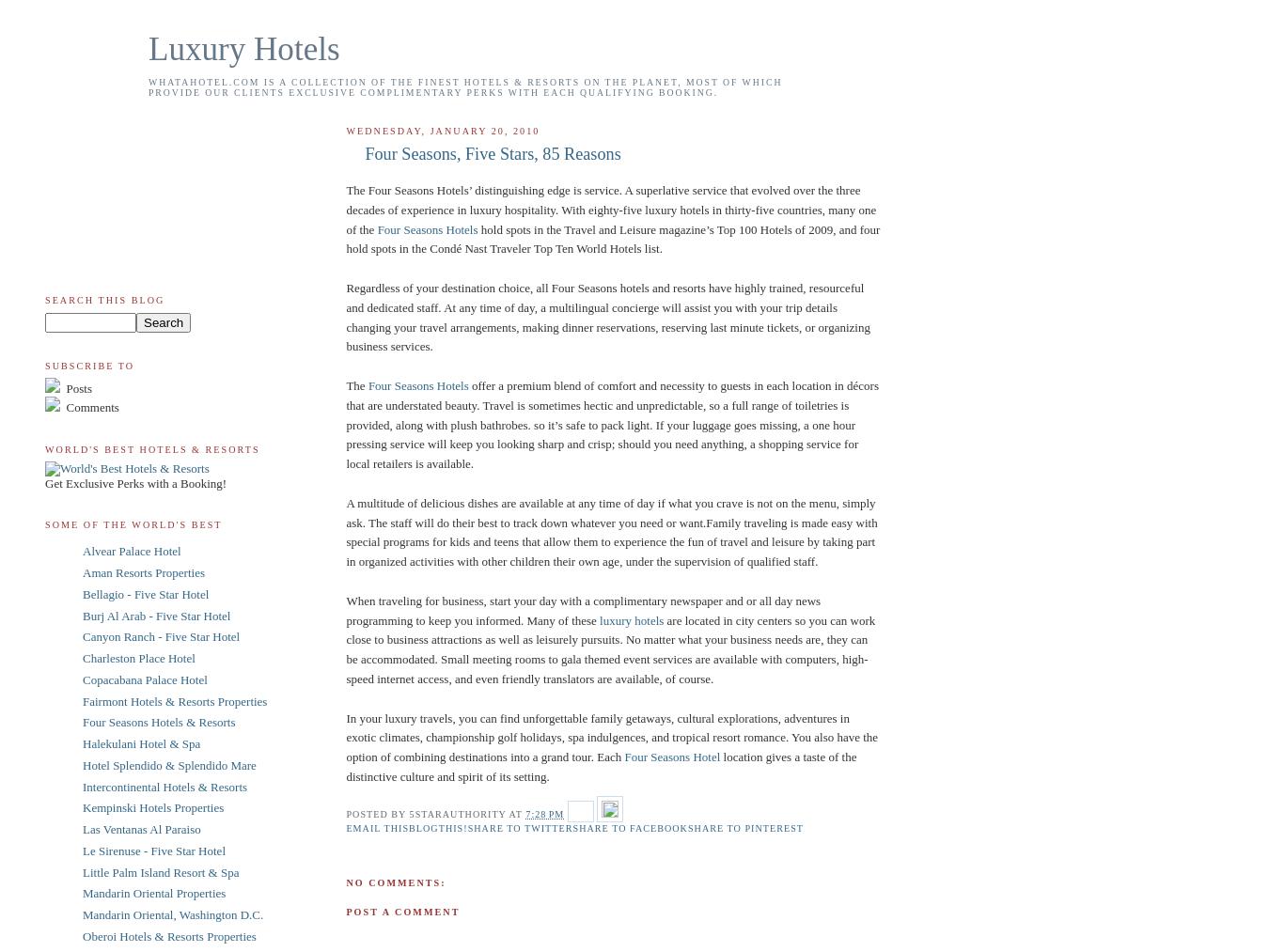 Image resolution: width=1284 pixels, height=952 pixels. I want to click on 'Four Seasons, Five Stars, 85 Reasons', so click(492, 152).